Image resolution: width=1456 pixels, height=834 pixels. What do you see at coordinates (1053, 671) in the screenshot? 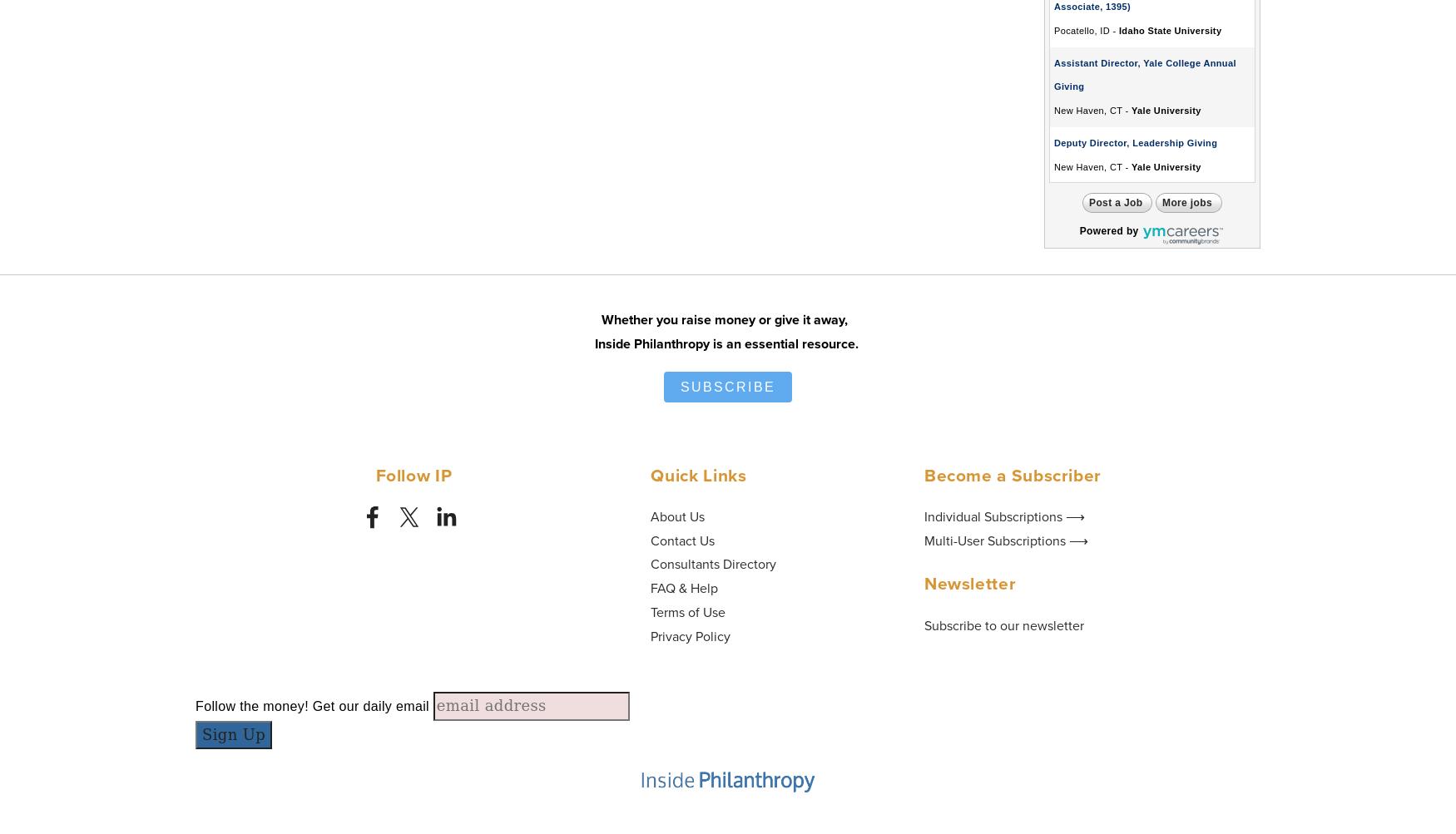
I see `'Los Angeles, CA'` at bounding box center [1053, 671].